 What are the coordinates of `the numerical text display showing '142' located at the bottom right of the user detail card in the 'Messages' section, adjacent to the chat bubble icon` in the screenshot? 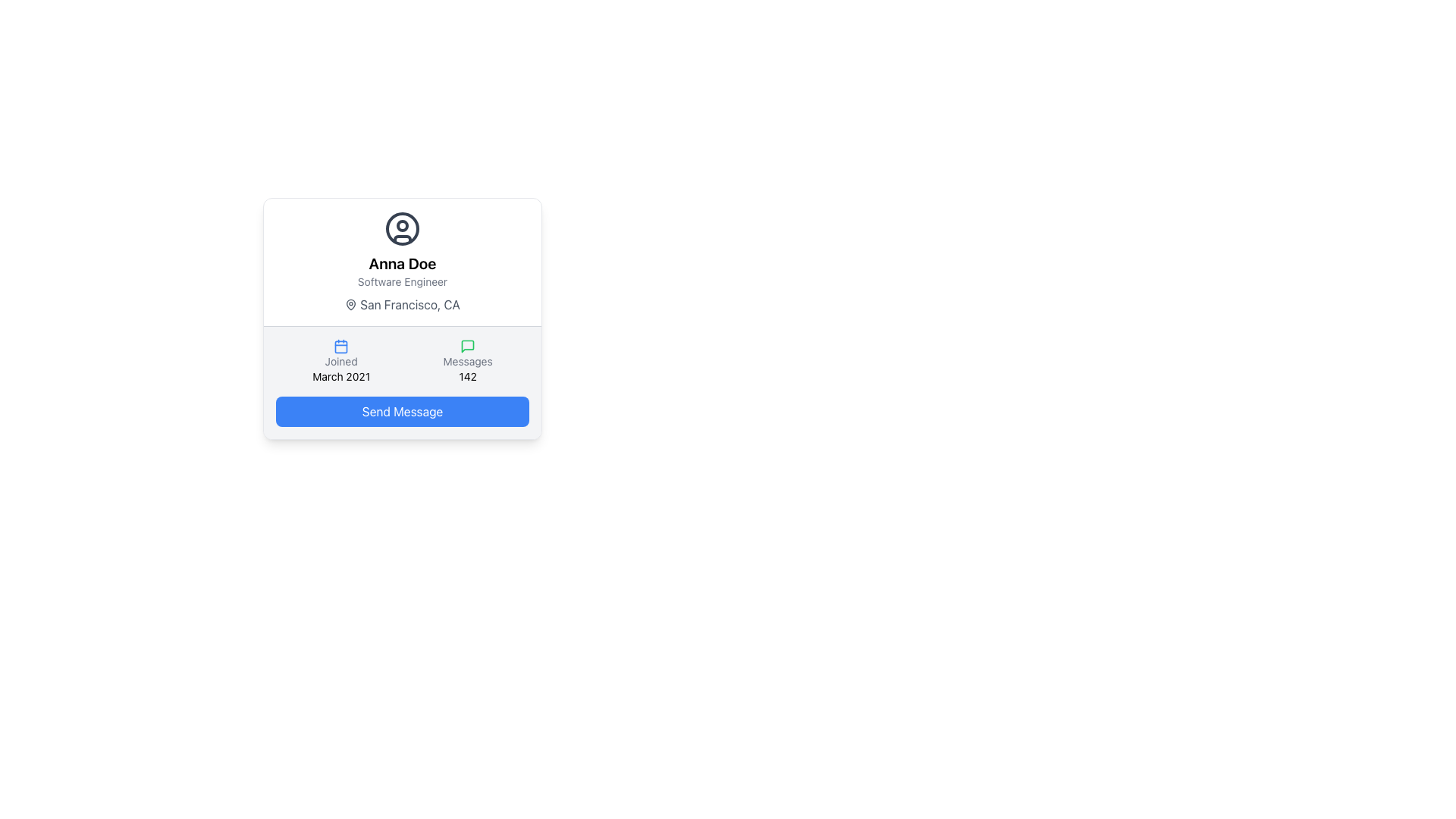 It's located at (467, 376).